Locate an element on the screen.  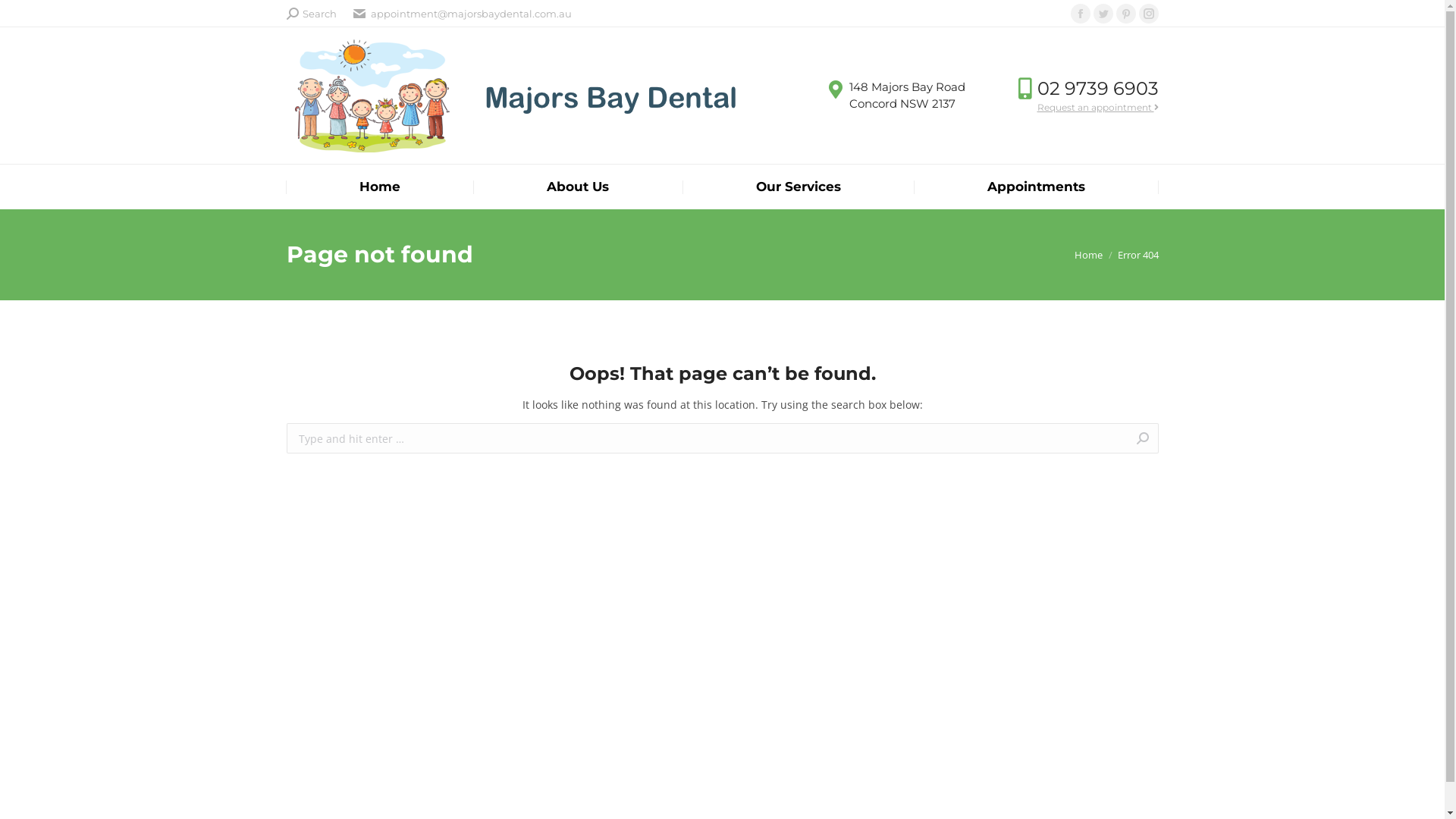
'Appointments' is located at coordinates (1035, 186).